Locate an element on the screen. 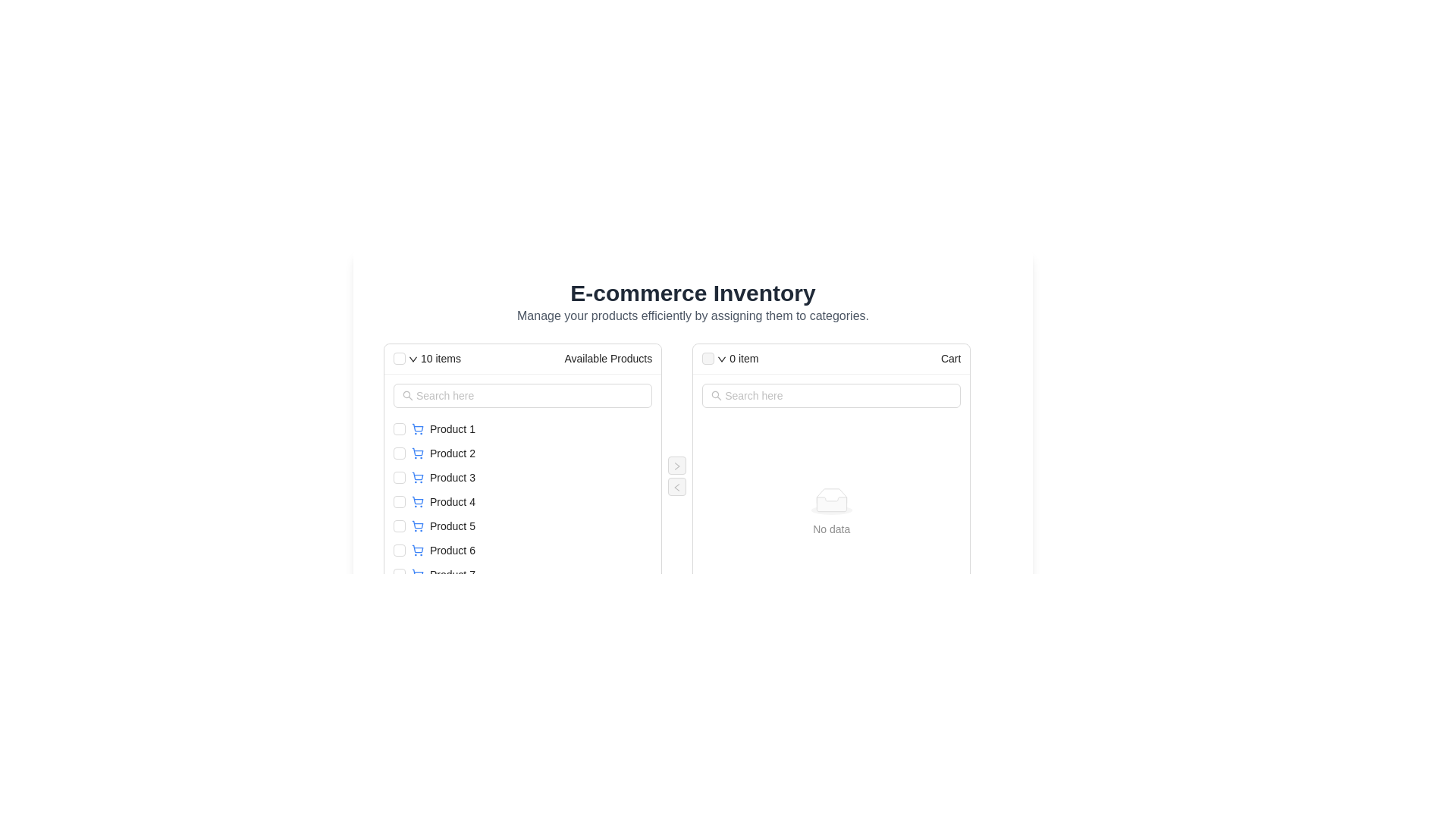 Image resolution: width=1456 pixels, height=819 pixels. the checkbox styled with a square box design located next to the text 'Product 3' in the 'Available Products' list is located at coordinates (400, 476).